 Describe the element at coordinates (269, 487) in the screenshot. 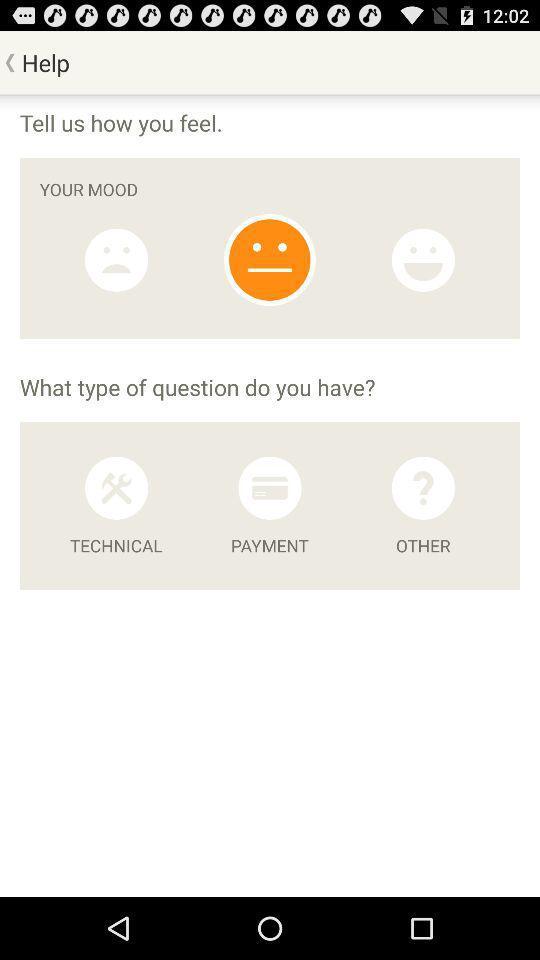

I see `question type payment` at that location.